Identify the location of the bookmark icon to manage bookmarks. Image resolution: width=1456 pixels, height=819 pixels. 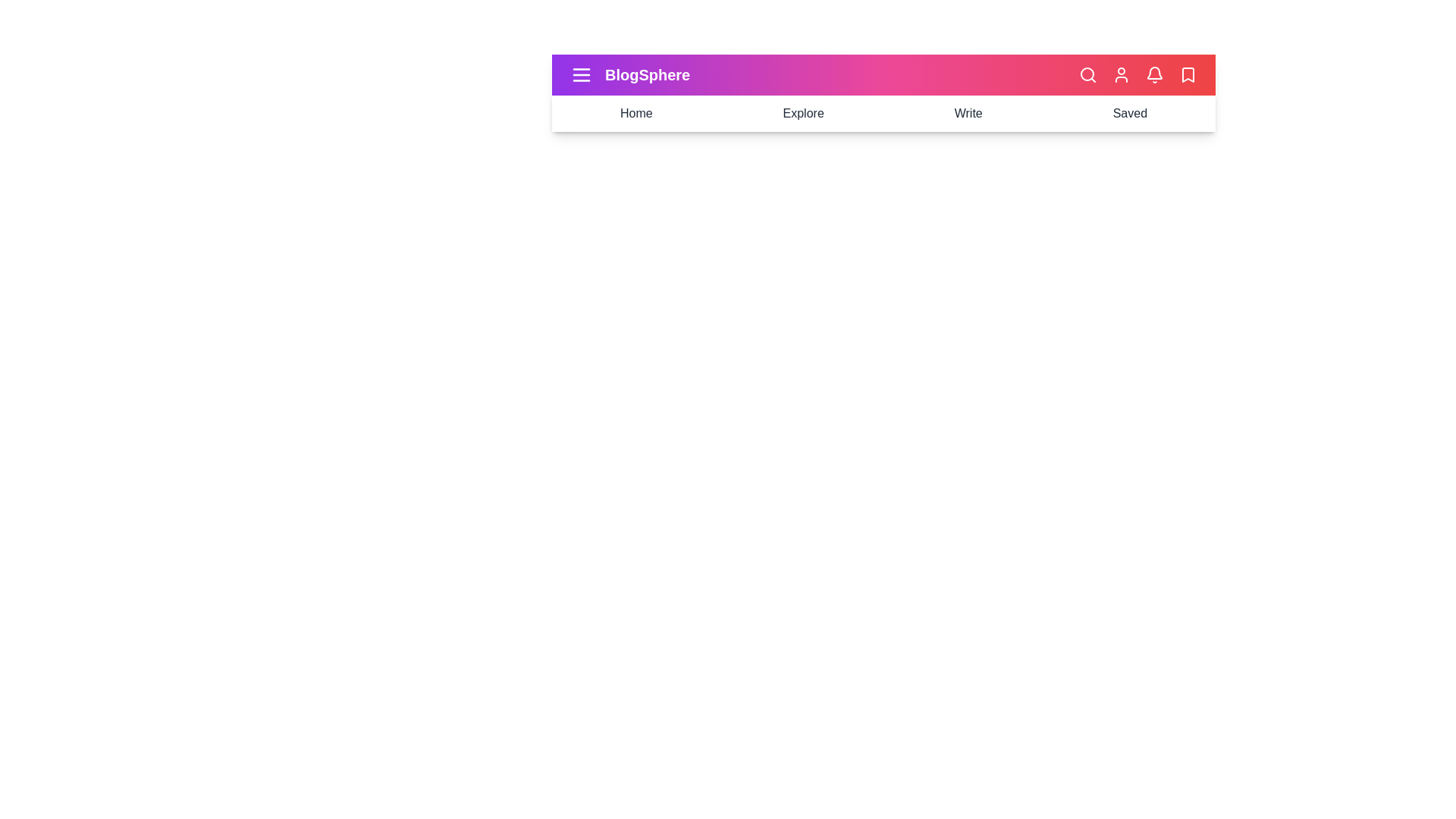
(1187, 75).